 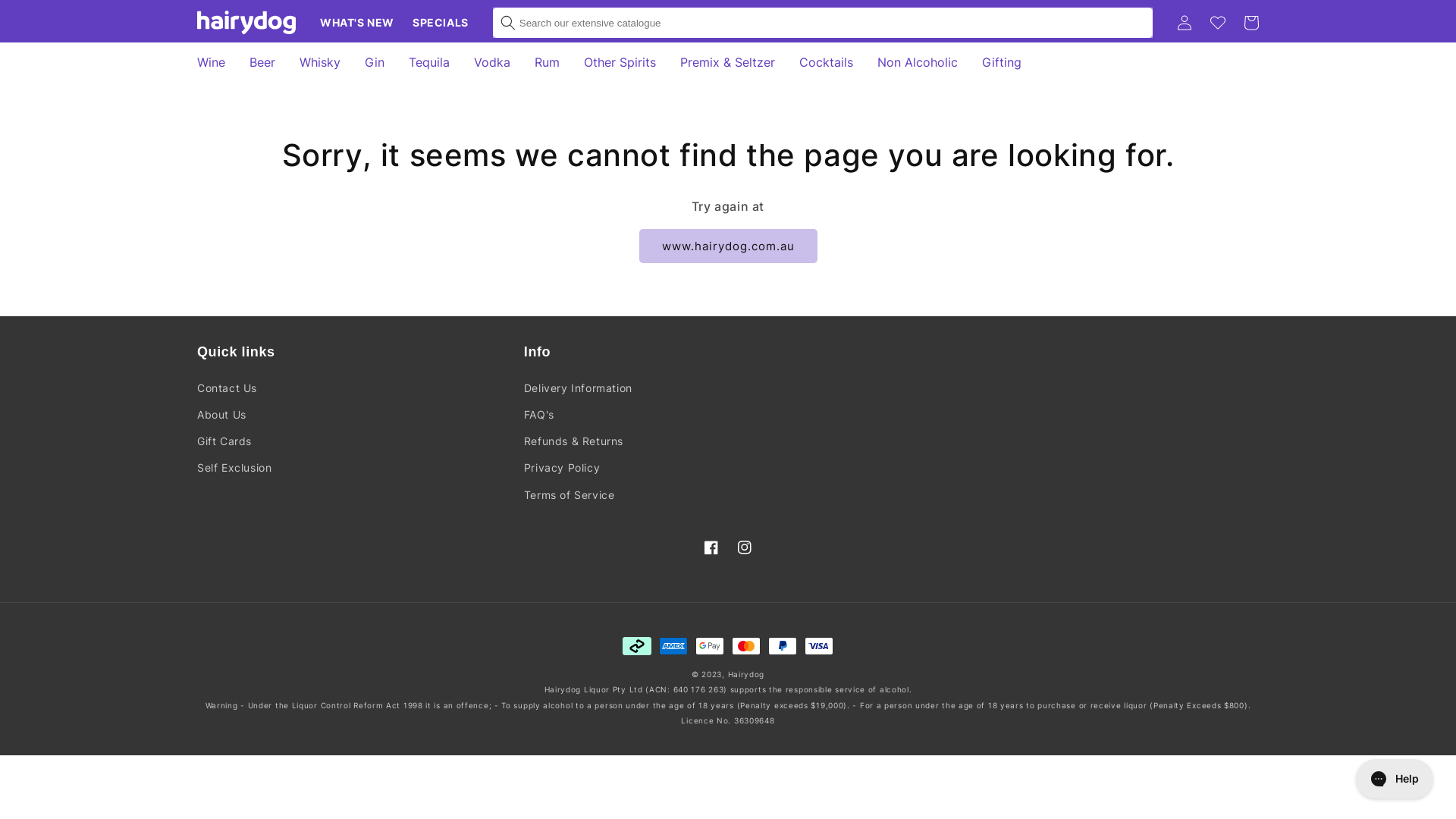 I want to click on 'Gift Cards', so click(x=224, y=441).